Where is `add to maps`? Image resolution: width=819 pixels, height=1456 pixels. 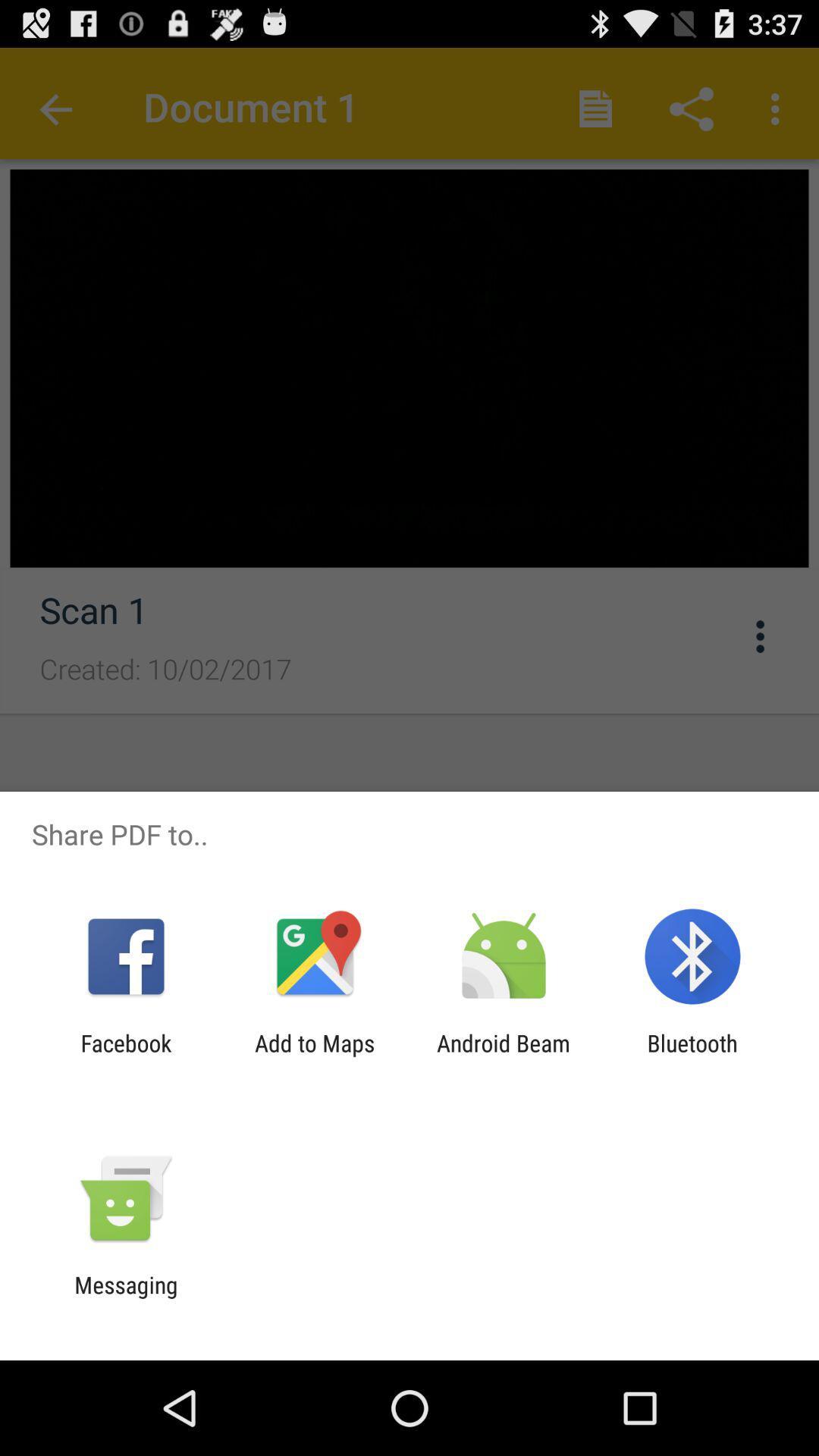 add to maps is located at coordinates (314, 1056).